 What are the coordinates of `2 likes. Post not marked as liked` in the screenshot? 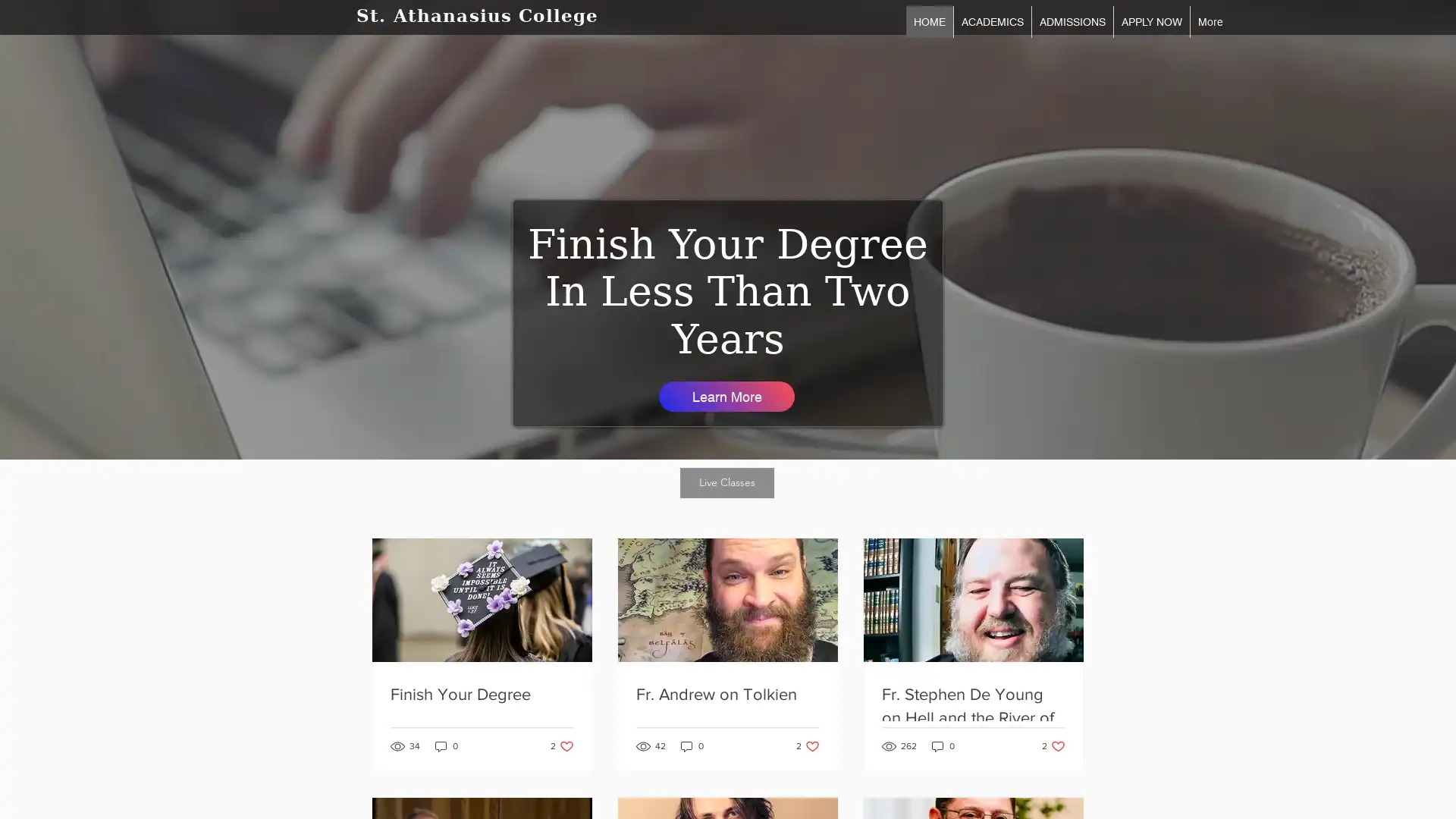 It's located at (1053, 745).